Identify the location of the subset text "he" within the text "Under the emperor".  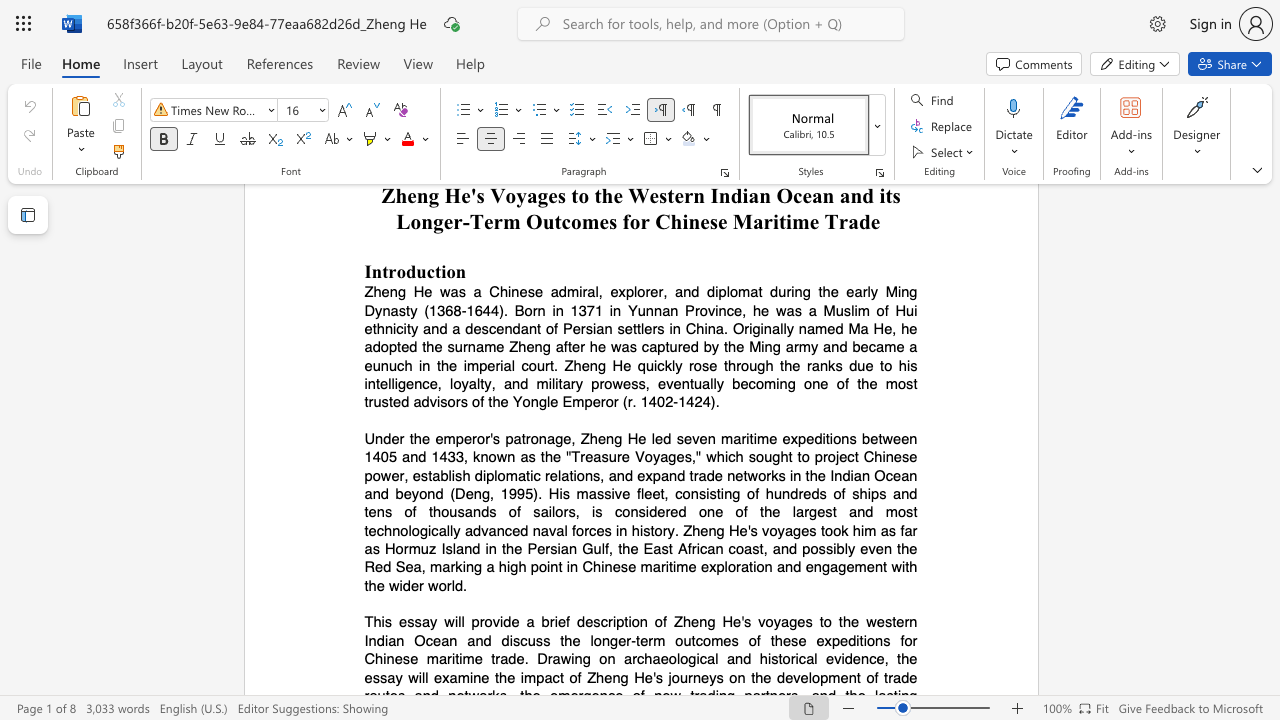
(544, 457).